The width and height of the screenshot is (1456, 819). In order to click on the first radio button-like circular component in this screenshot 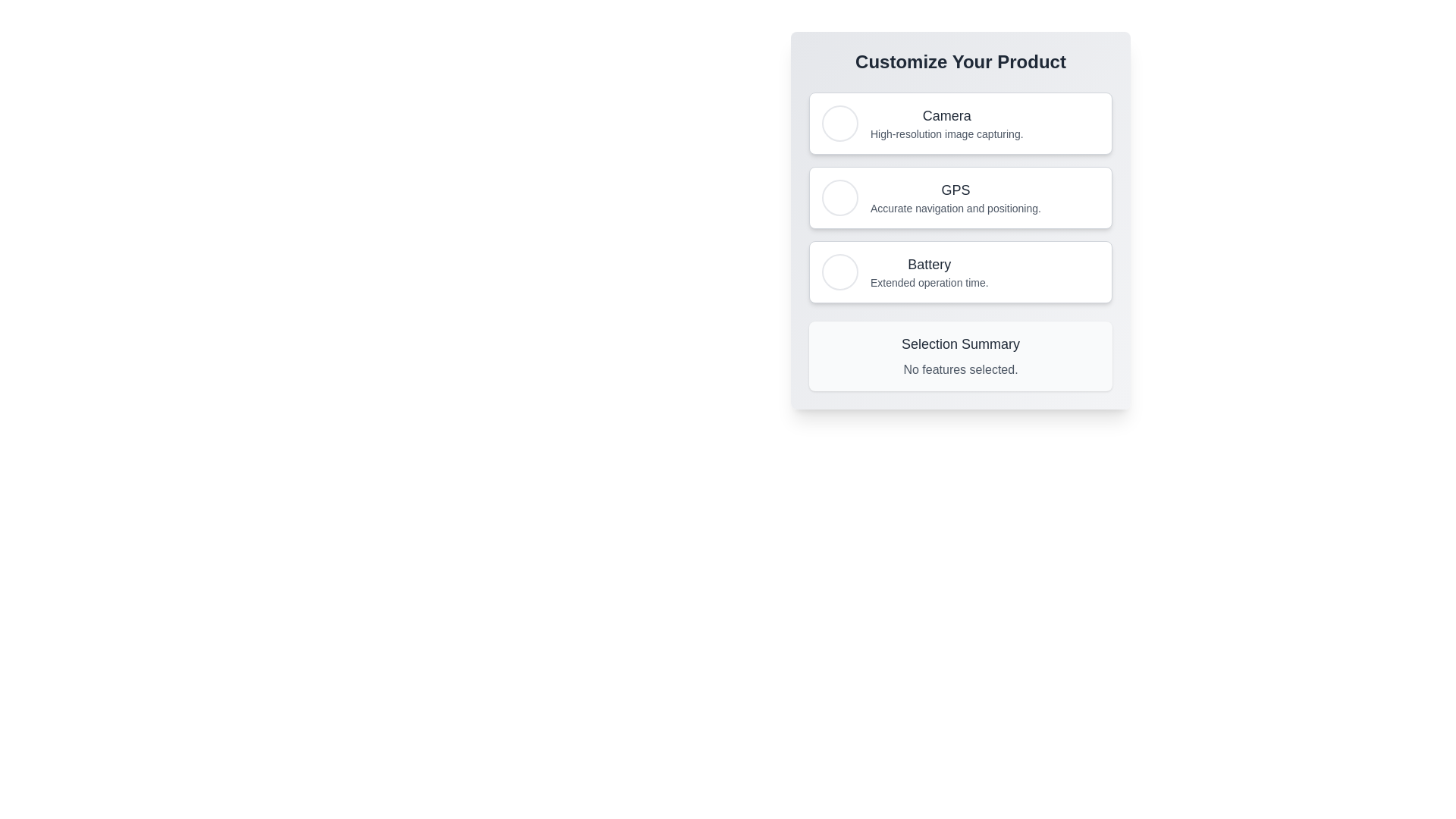, I will do `click(839, 271)`.